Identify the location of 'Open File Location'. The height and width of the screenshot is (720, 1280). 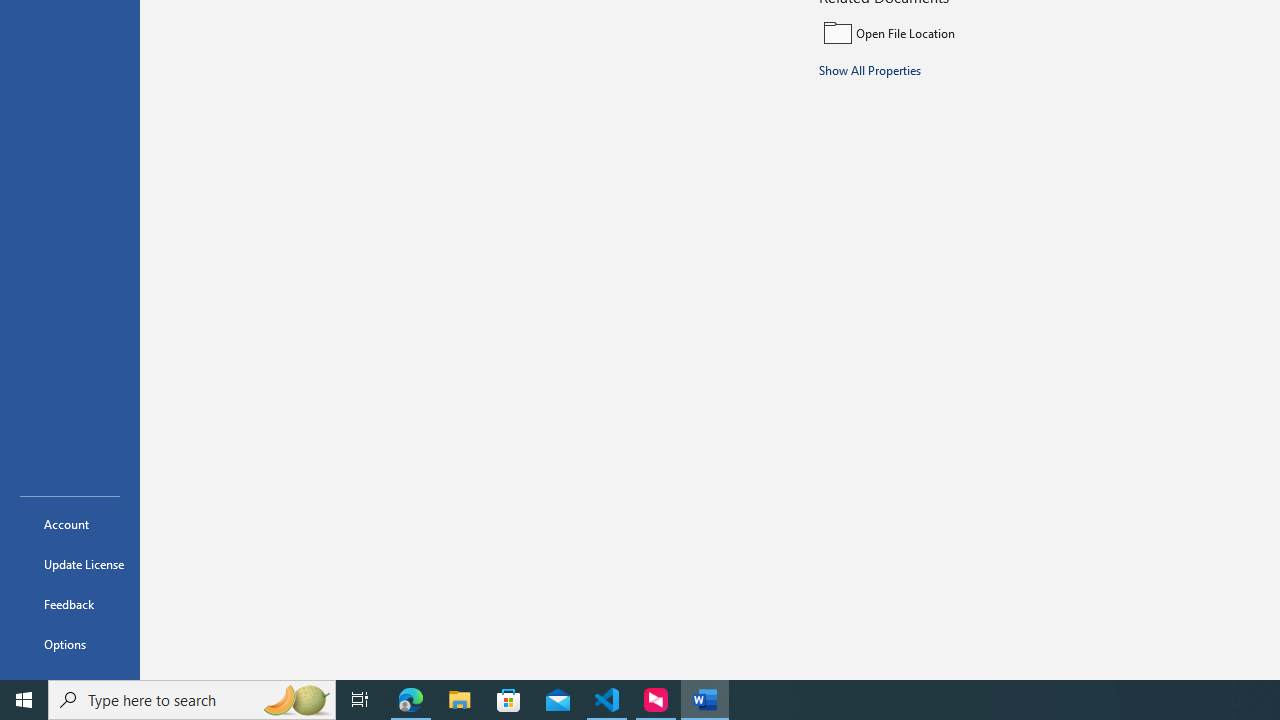
(952, 32).